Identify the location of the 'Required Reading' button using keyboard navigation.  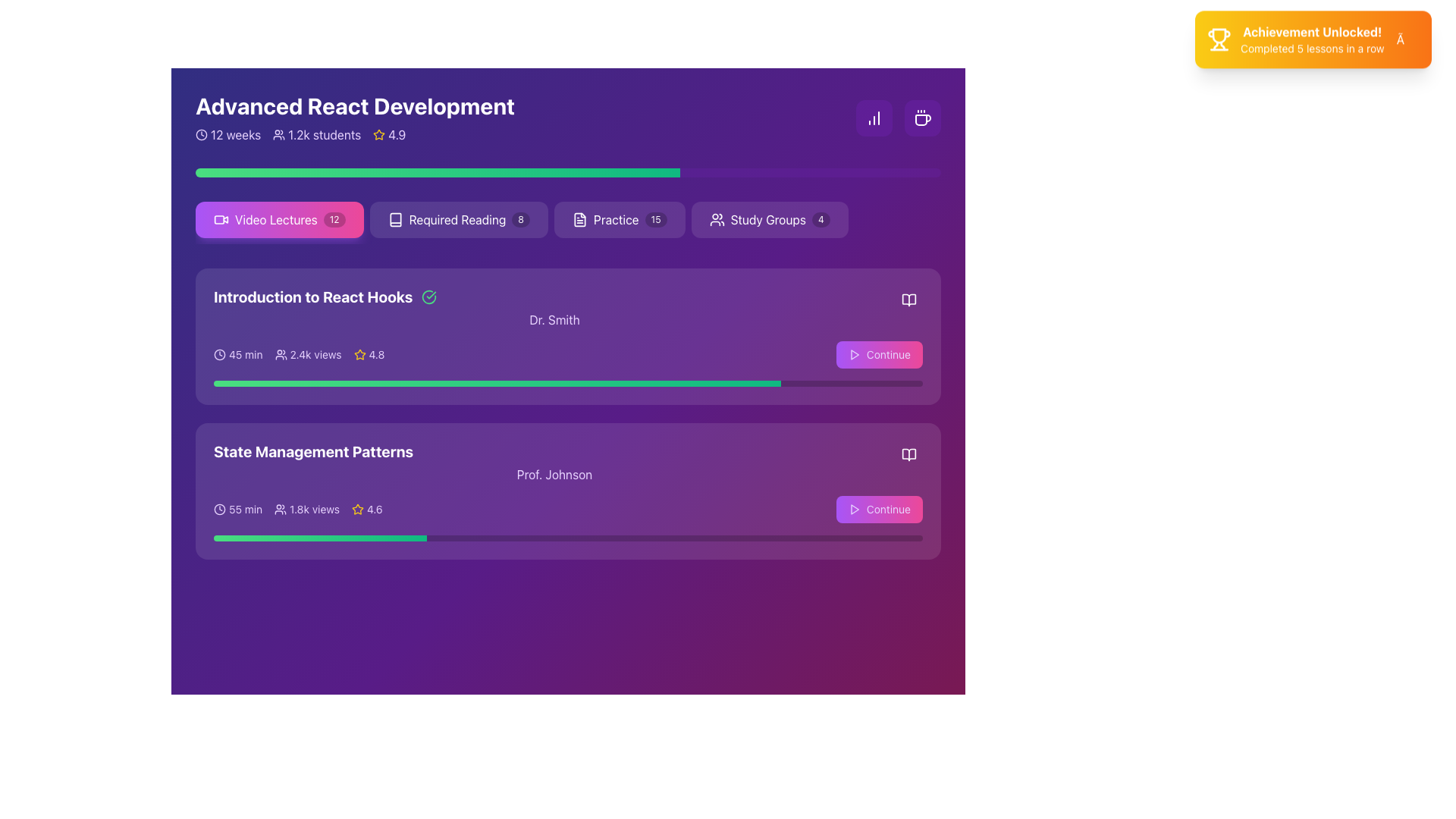
(458, 219).